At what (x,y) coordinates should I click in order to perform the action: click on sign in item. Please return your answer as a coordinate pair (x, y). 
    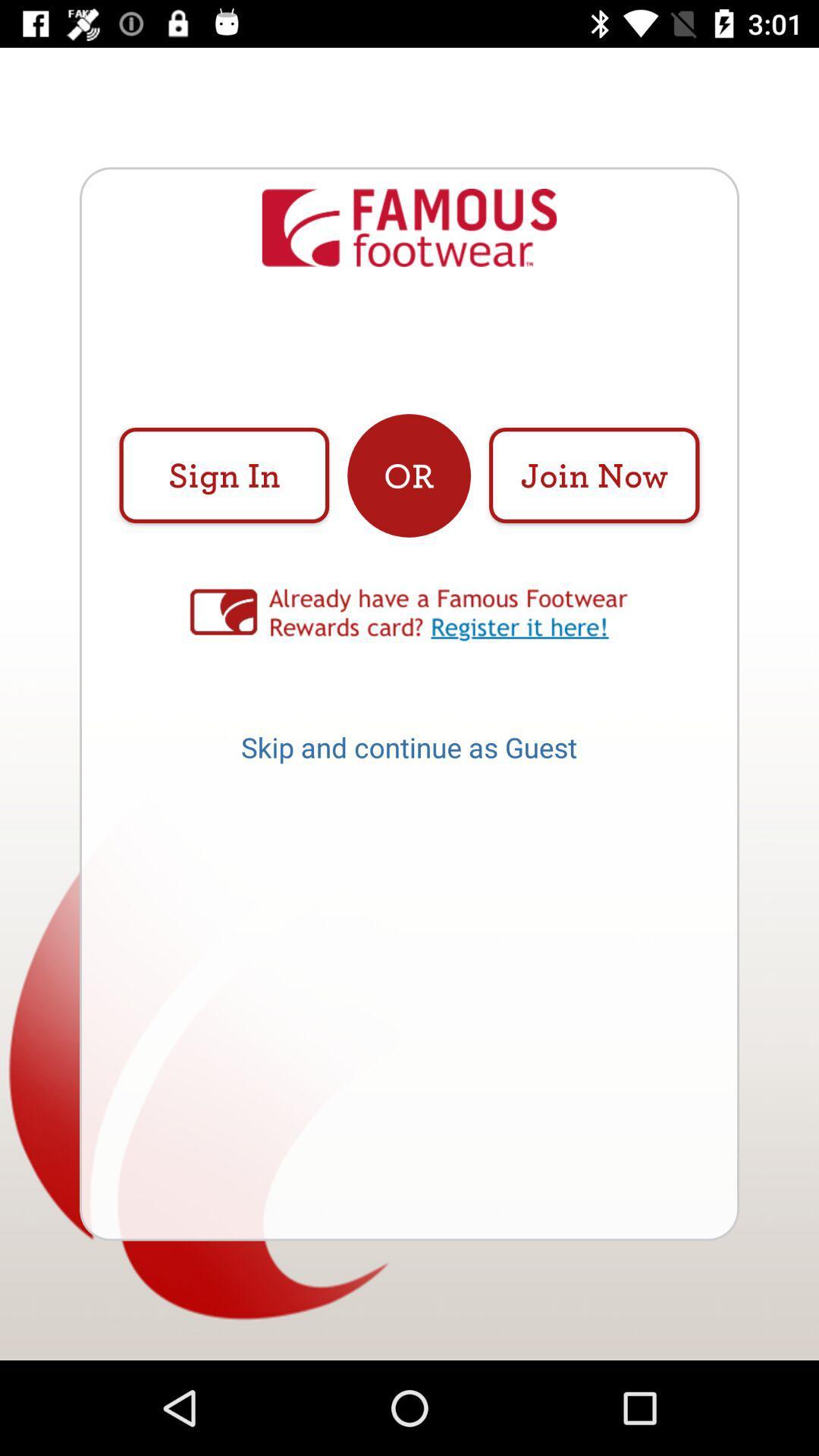
    Looking at the image, I should click on (224, 475).